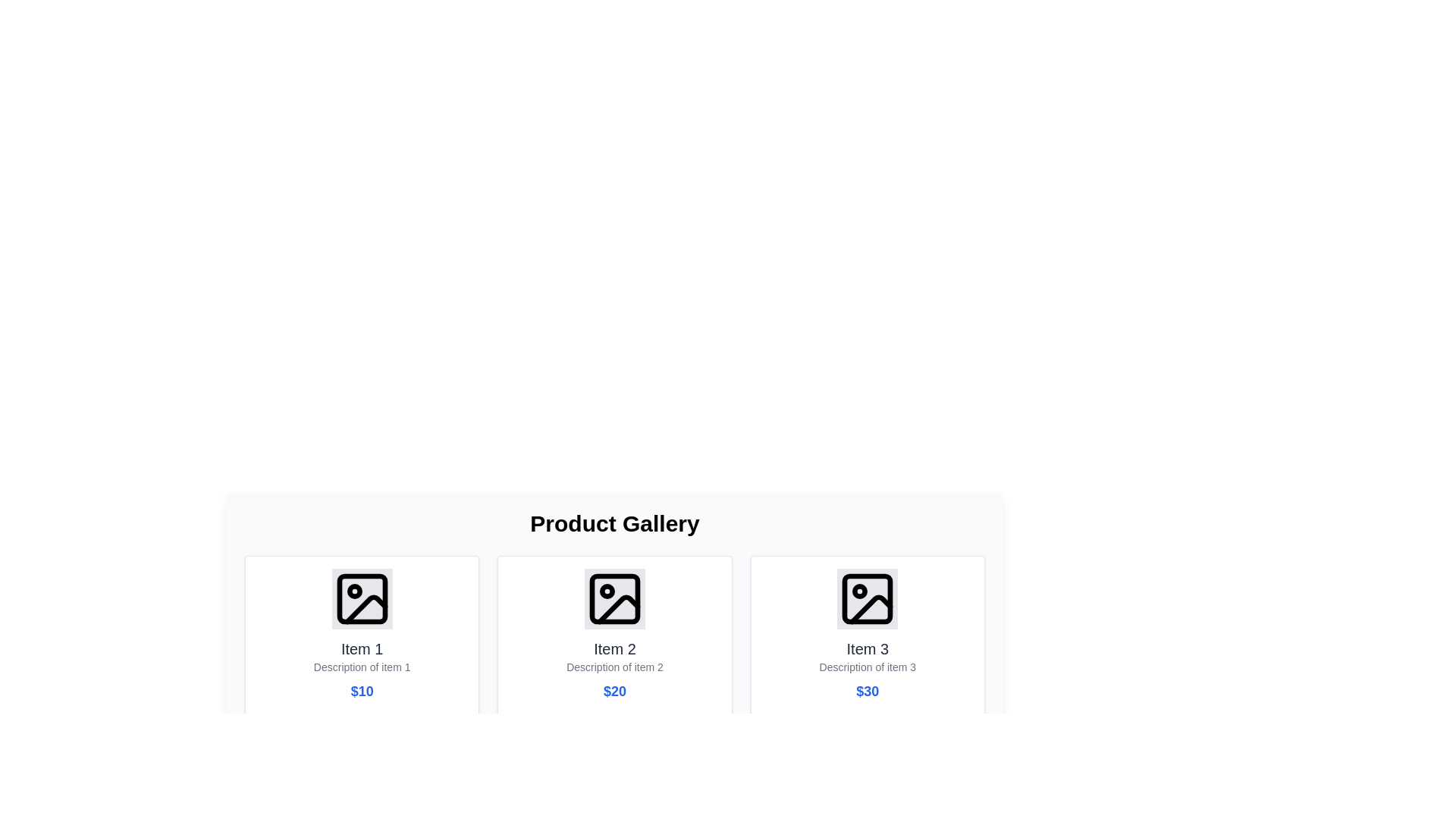 The image size is (1456, 819). Describe the element at coordinates (868, 666) in the screenshot. I see `contents of the text label that says 'Description of item 3', which is styled in a small, gray font and located in the third product card of the gallery` at that location.